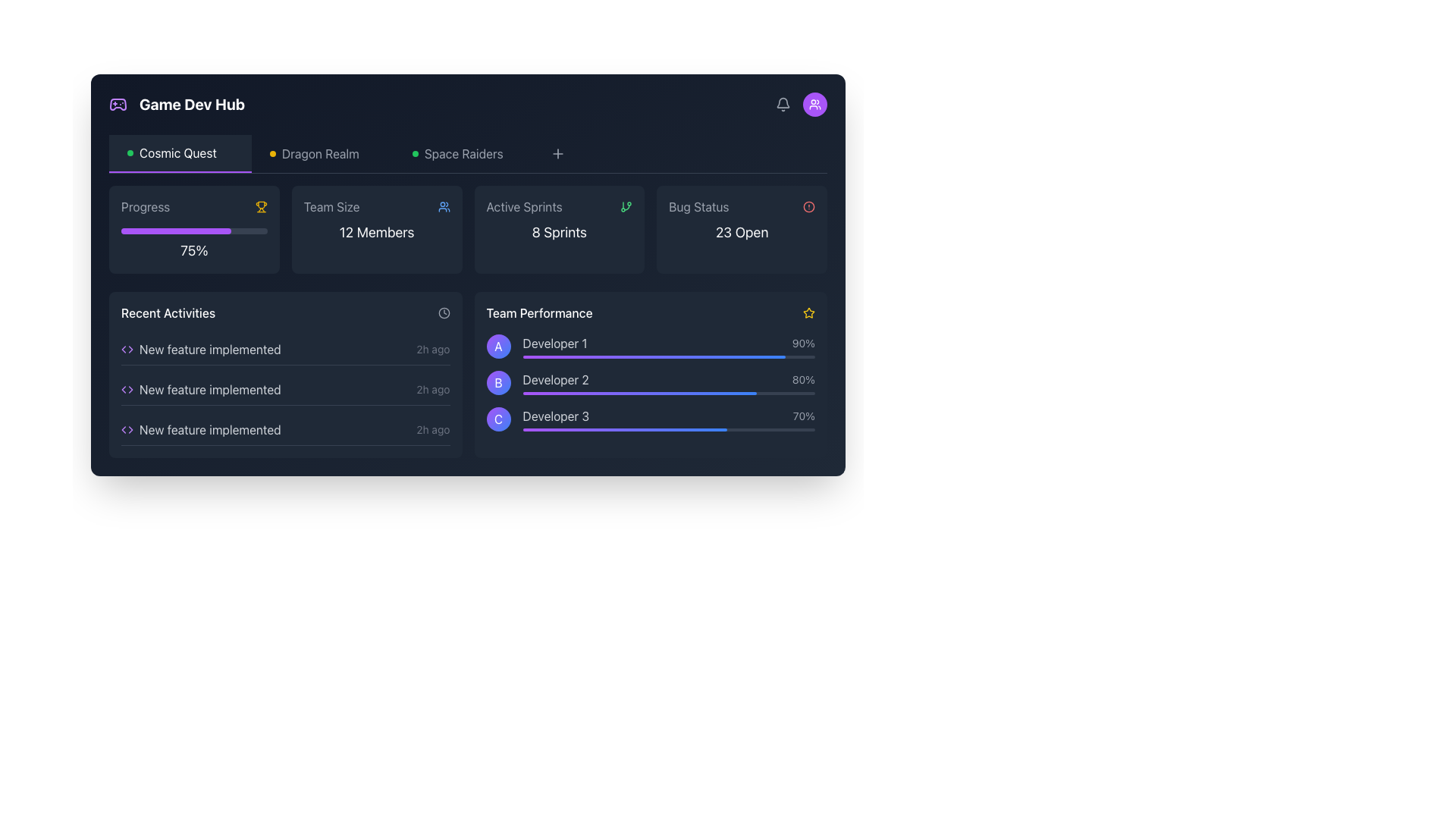  Describe the element at coordinates (557, 154) in the screenshot. I see `the 'Add' button located to the right of the 'Space Raiders' label in the top navigation bar using keyboard or accessibility tools` at that location.